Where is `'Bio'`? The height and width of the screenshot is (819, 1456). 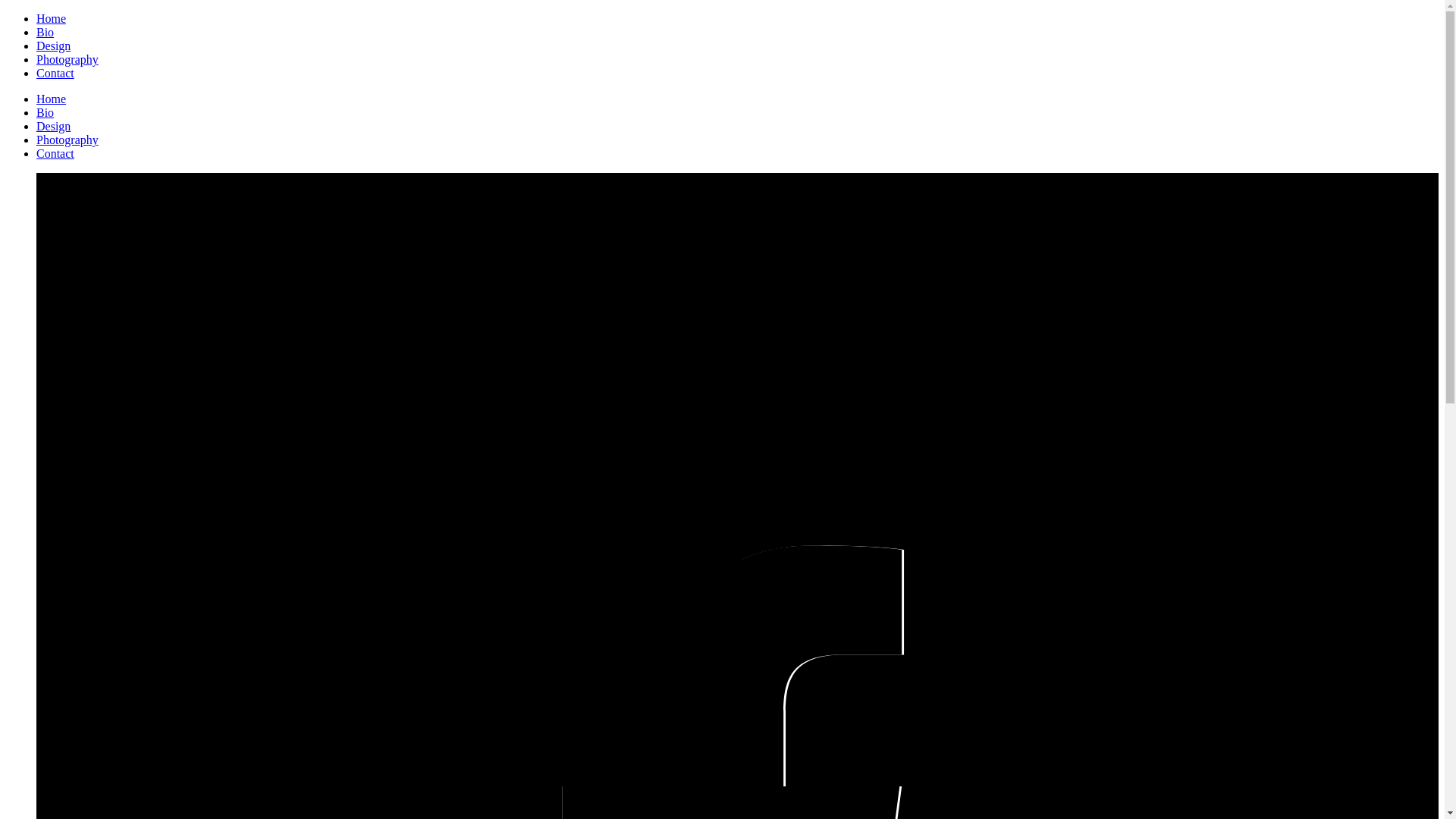 'Bio' is located at coordinates (45, 32).